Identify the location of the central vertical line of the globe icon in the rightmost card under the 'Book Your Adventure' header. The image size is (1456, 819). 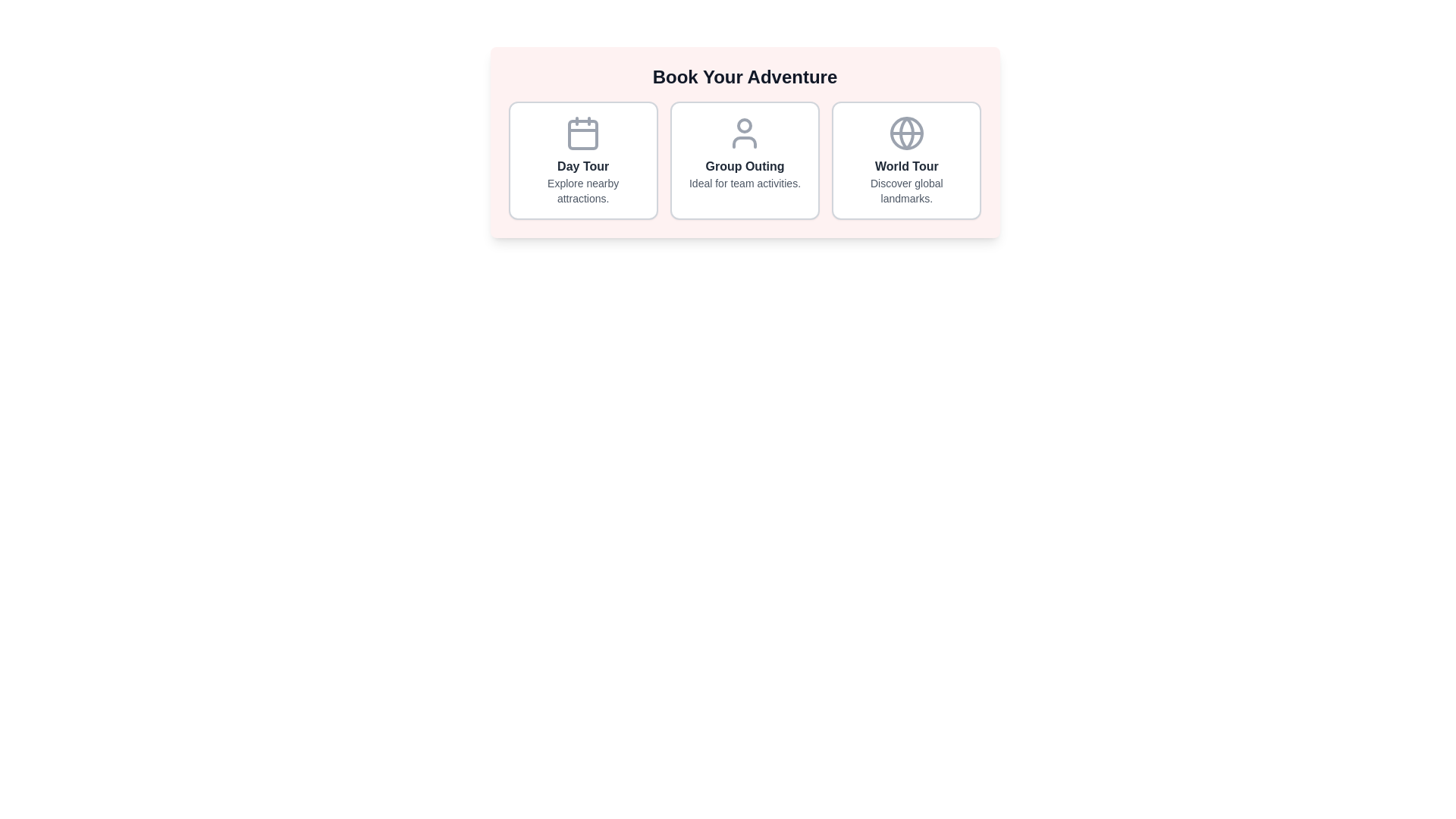
(906, 133).